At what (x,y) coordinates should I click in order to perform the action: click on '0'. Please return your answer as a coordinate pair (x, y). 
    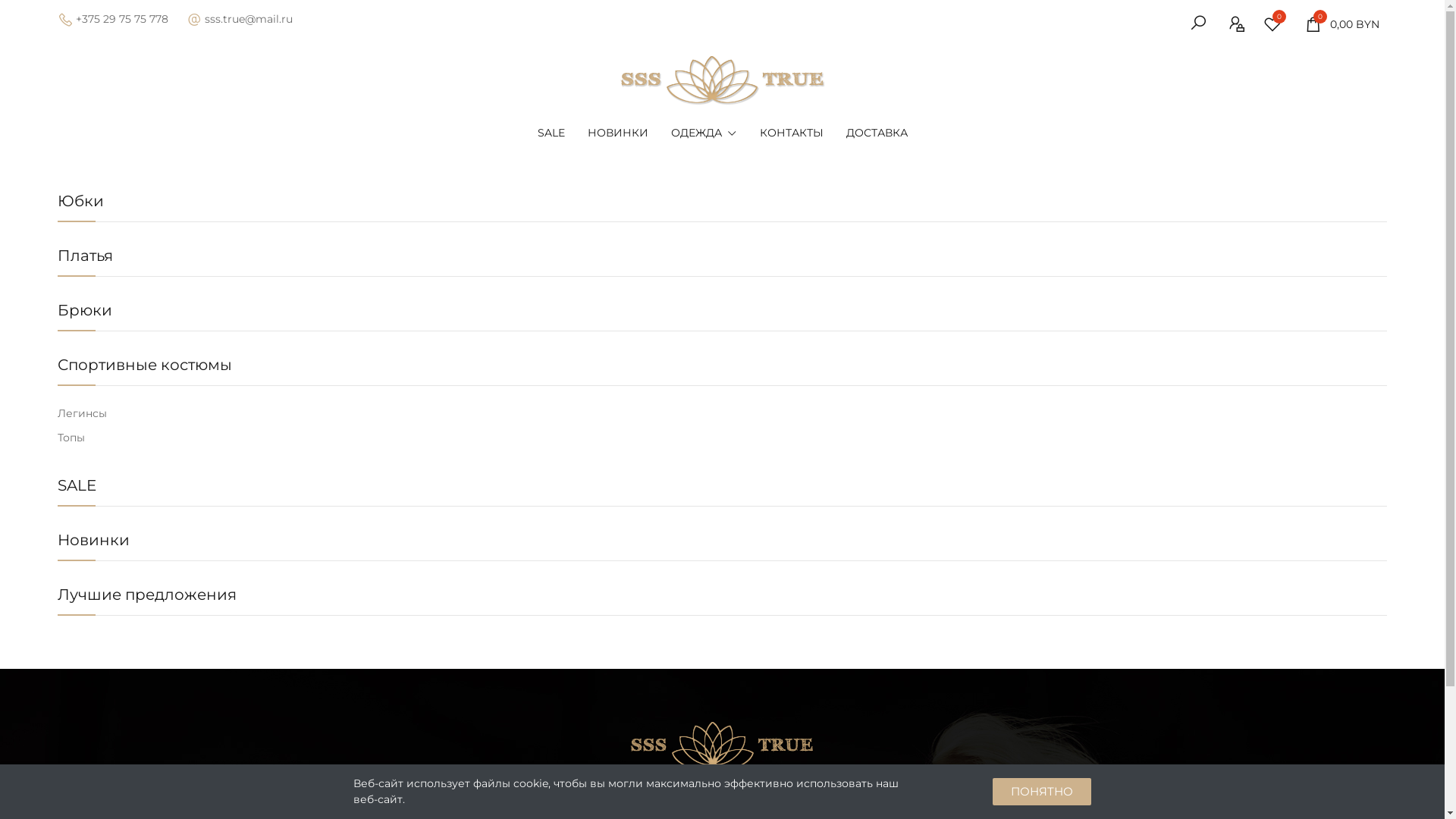
    Looking at the image, I should click on (1276, 24).